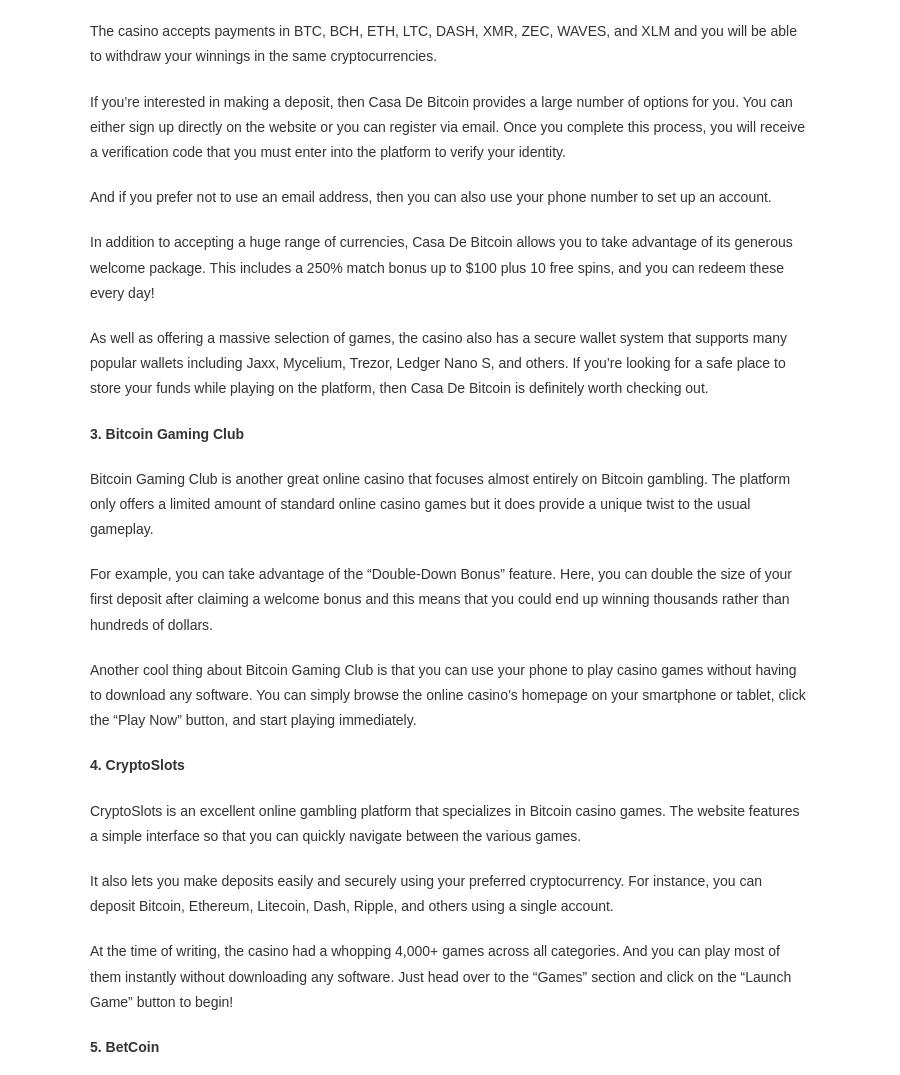 This screenshot has height=1075, width=900. What do you see at coordinates (89, 597) in the screenshot?
I see `'For example, you can take advantage of the “Double-Down Bonus” feature. Here, you can double the size of your first deposit after claiming a welcome bonus and this means that you could end up winning thousands rather than hundreds of dollars.'` at bounding box center [89, 597].